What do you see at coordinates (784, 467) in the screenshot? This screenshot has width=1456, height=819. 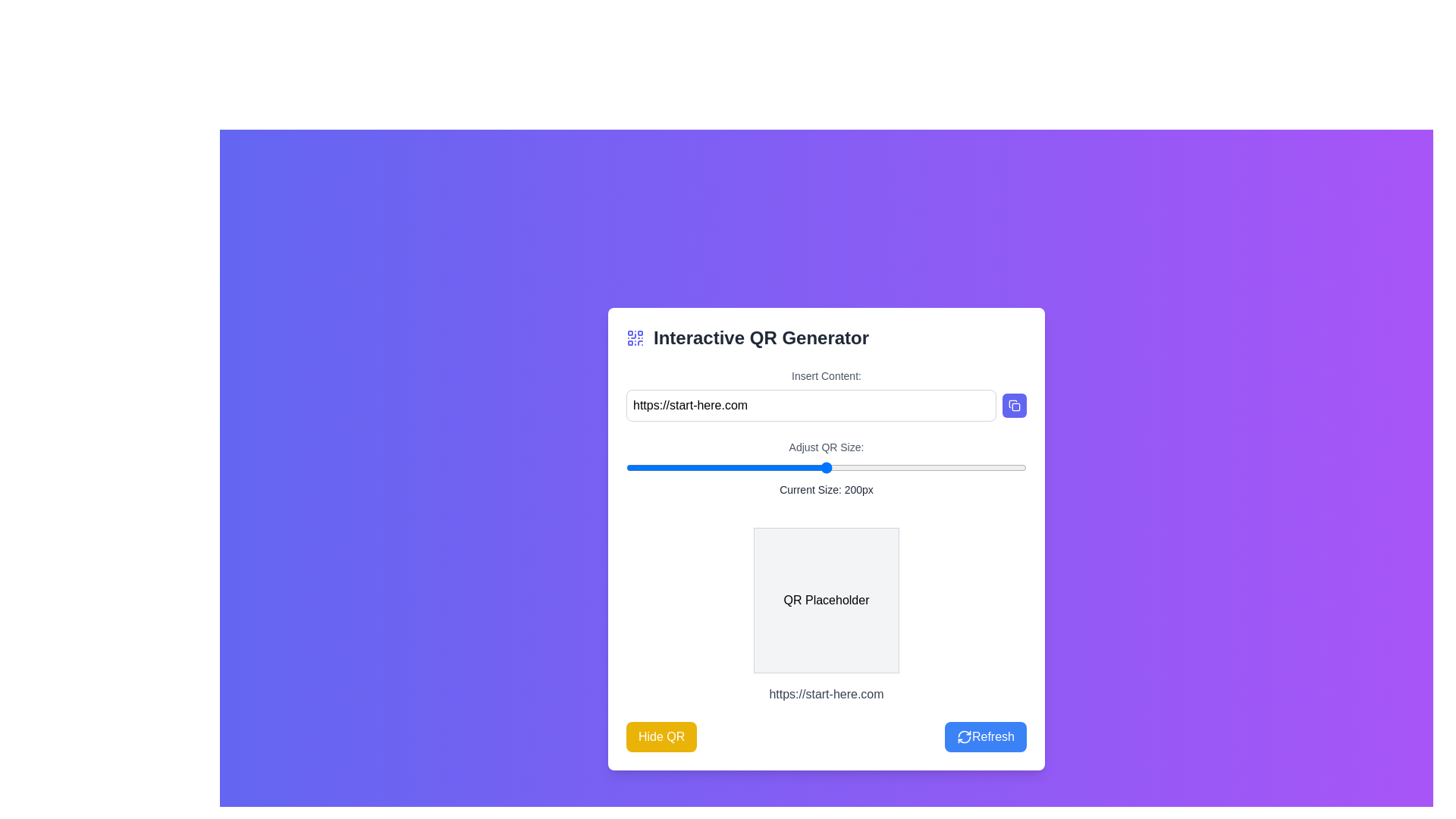 I see `the QR code size` at bounding box center [784, 467].